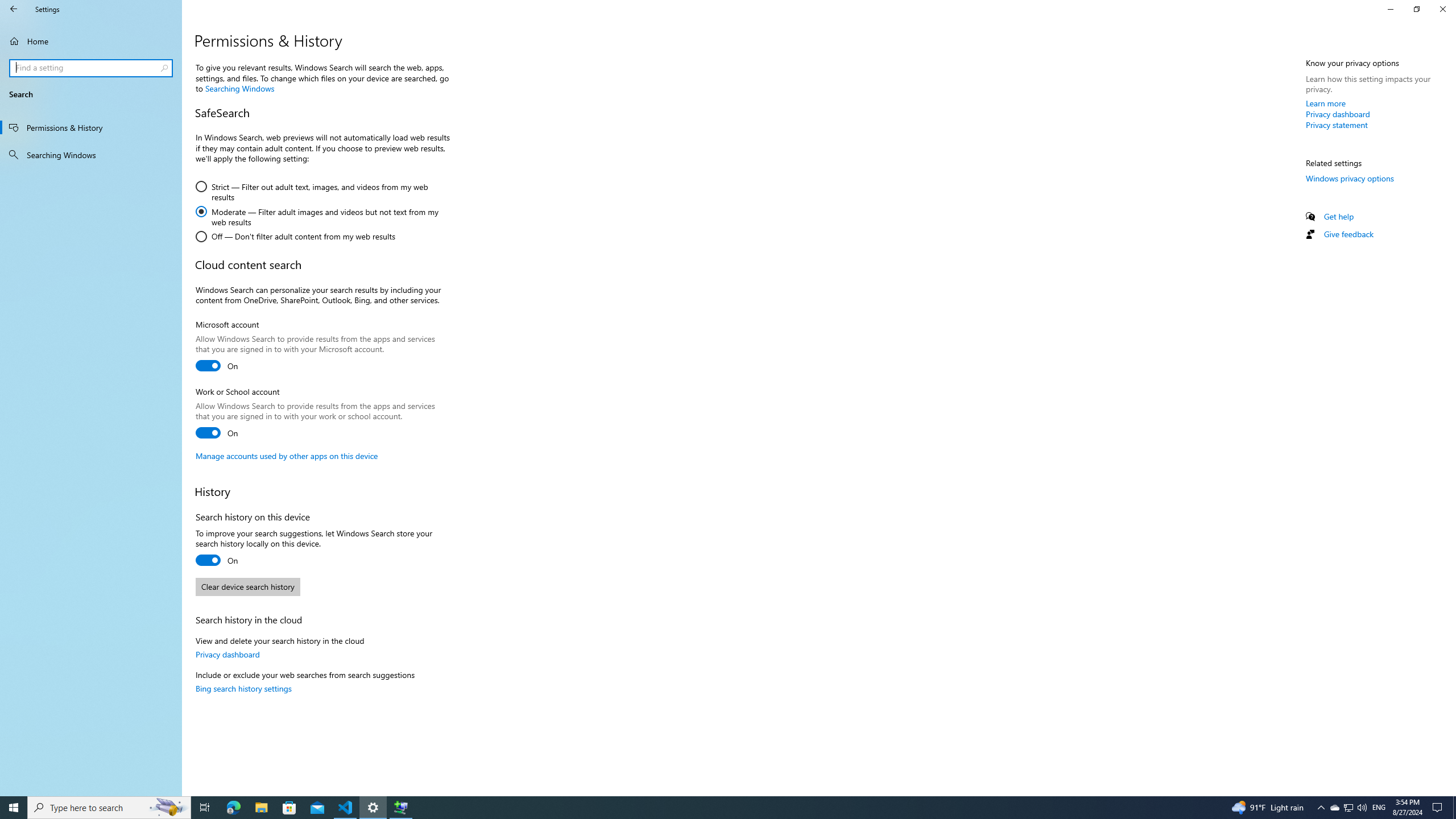 This screenshot has height=819, width=1456. What do you see at coordinates (90, 126) in the screenshot?
I see `'Permissions & History'` at bounding box center [90, 126].